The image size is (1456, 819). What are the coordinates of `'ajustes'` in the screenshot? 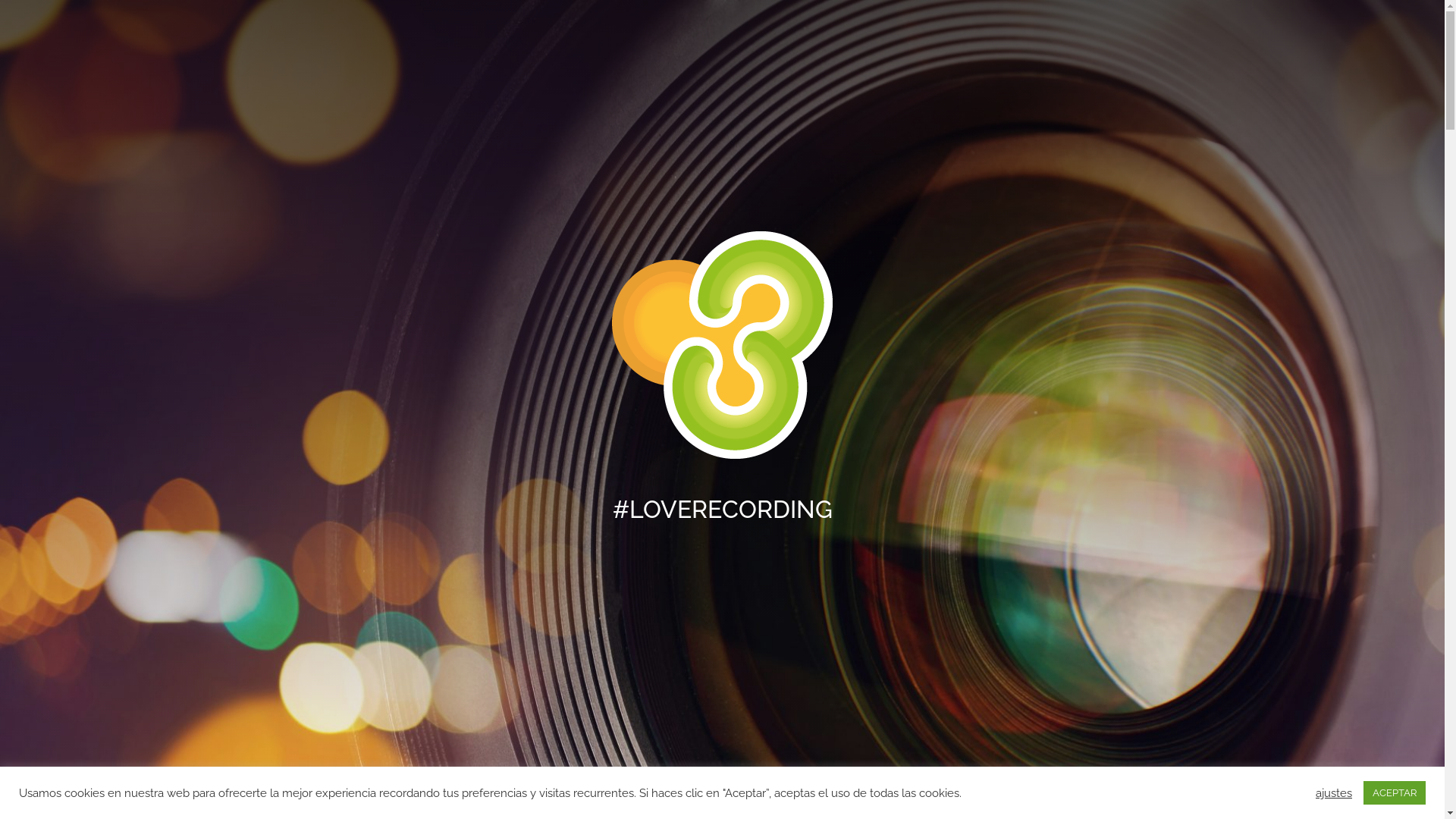 It's located at (1332, 792).